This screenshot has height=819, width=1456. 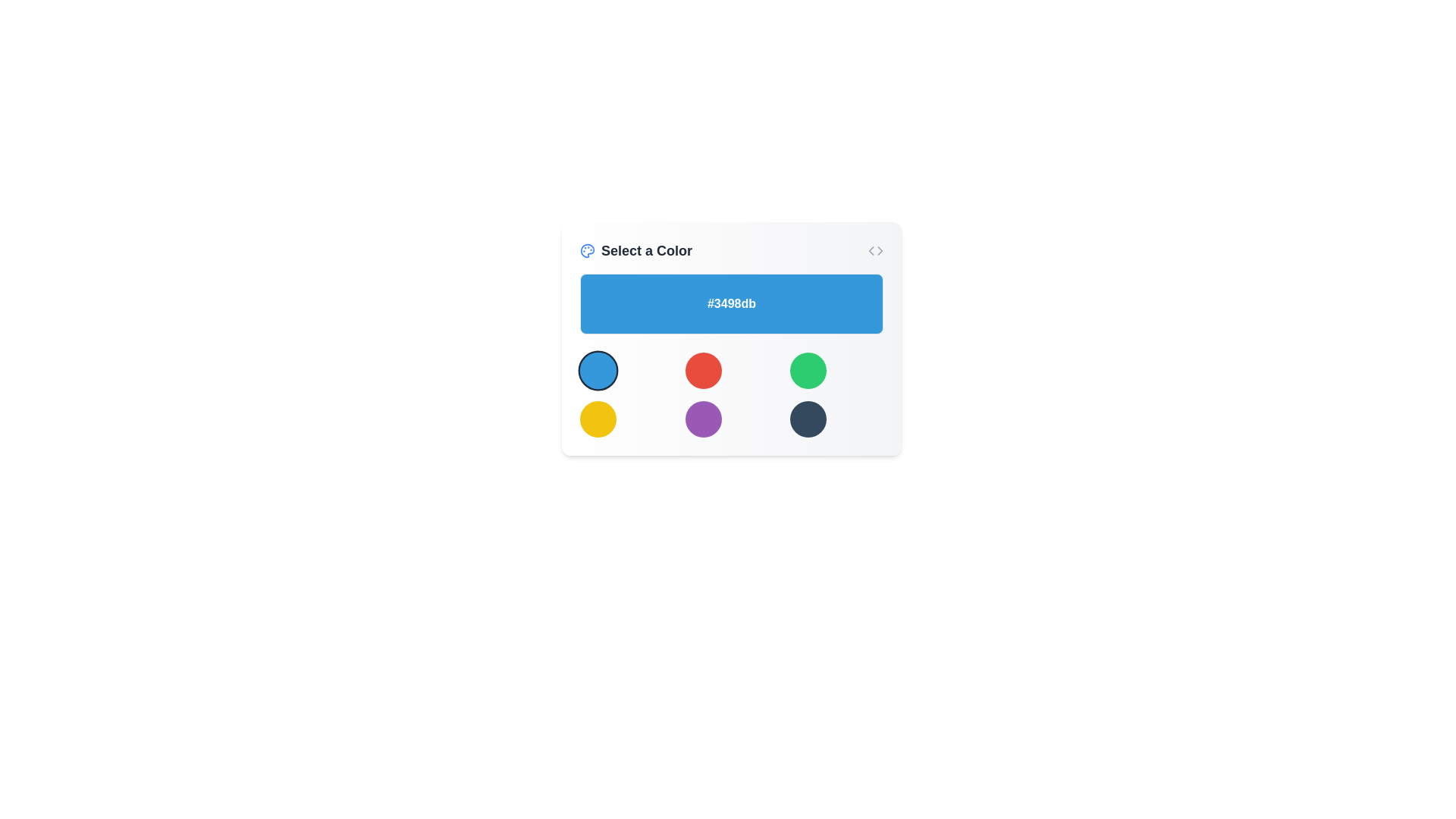 What do you see at coordinates (597, 371) in the screenshot?
I see `the prominent circular button with a blue background and dark border located at the top-left corner of the grid layout` at bounding box center [597, 371].